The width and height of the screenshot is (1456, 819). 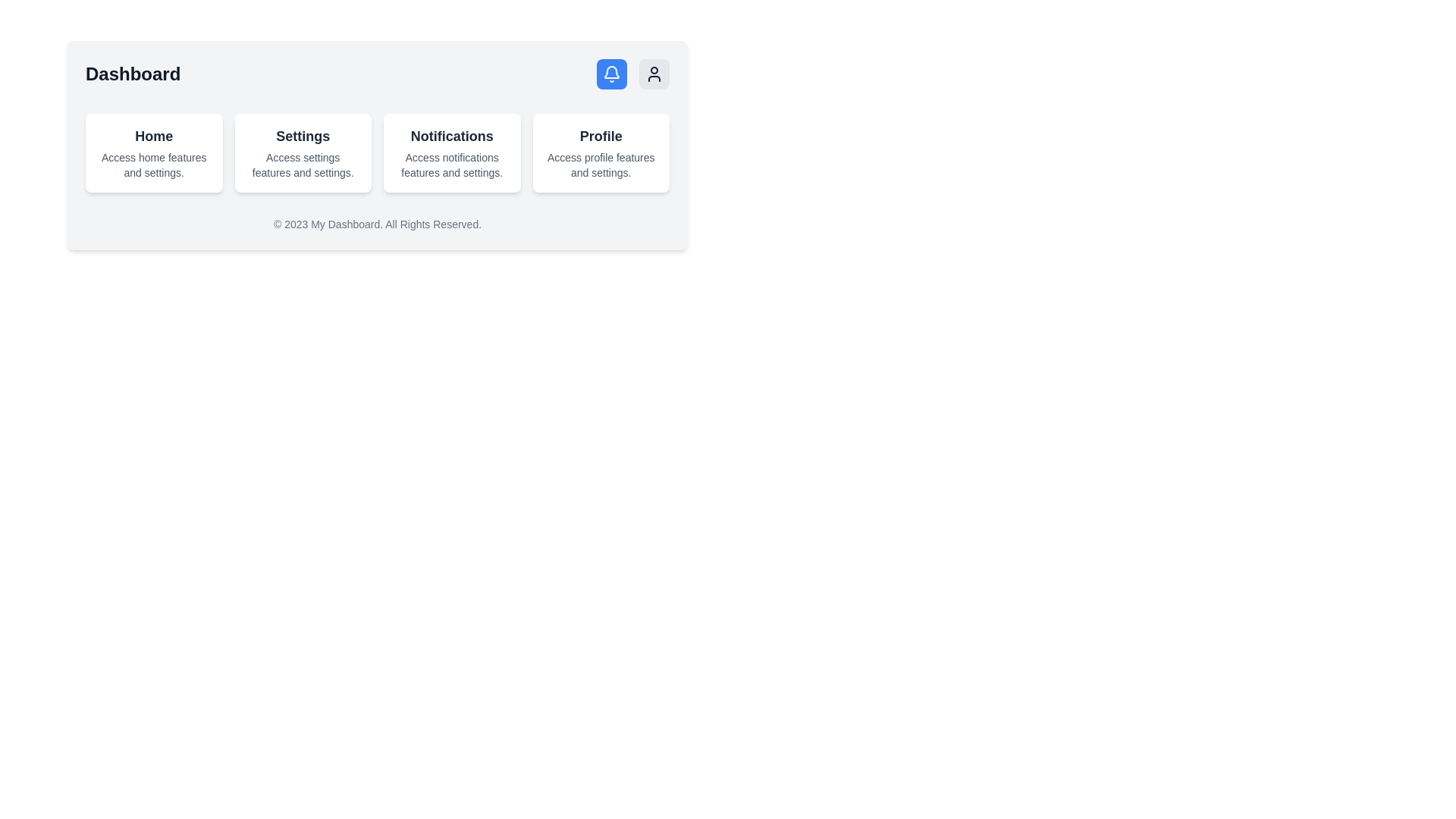 I want to click on the bell icon button located in the top-right section of the interface, so click(x=611, y=74).